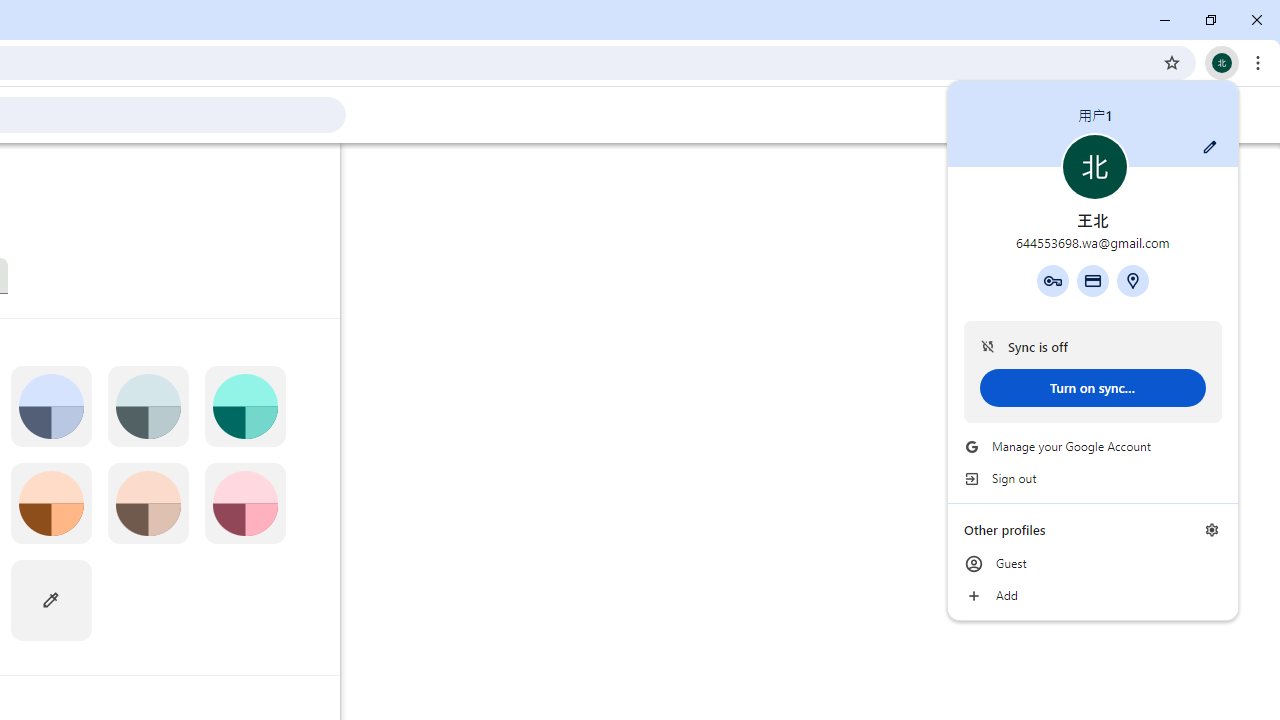  I want to click on 'Sign out', so click(1092, 479).